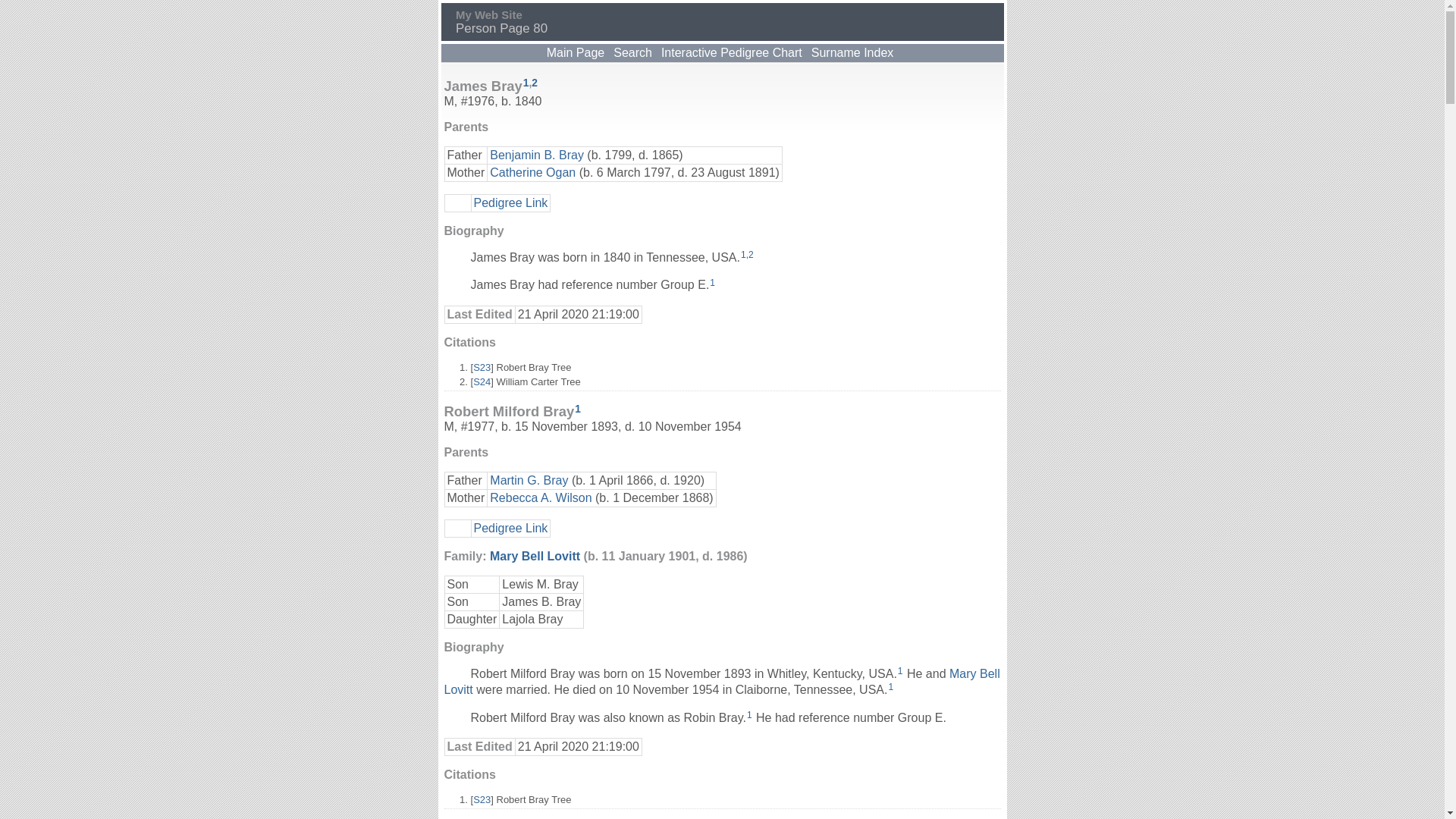 The image size is (1456, 819). Describe the element at coordinates (743, 253) in the screenshot. I see `'1'` at that location.